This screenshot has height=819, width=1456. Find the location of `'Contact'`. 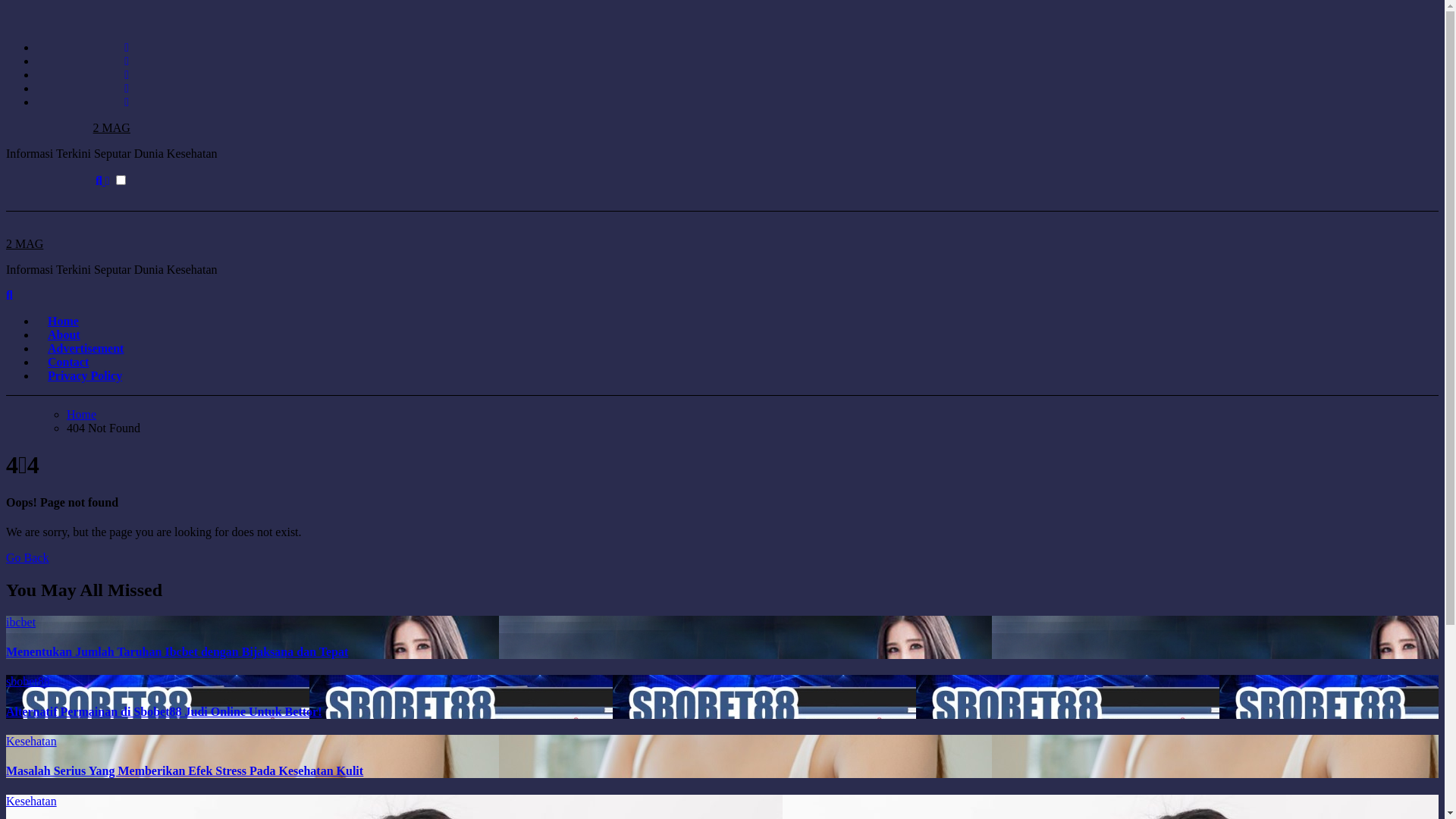

'Contact' is located at coordinates (67, 362).